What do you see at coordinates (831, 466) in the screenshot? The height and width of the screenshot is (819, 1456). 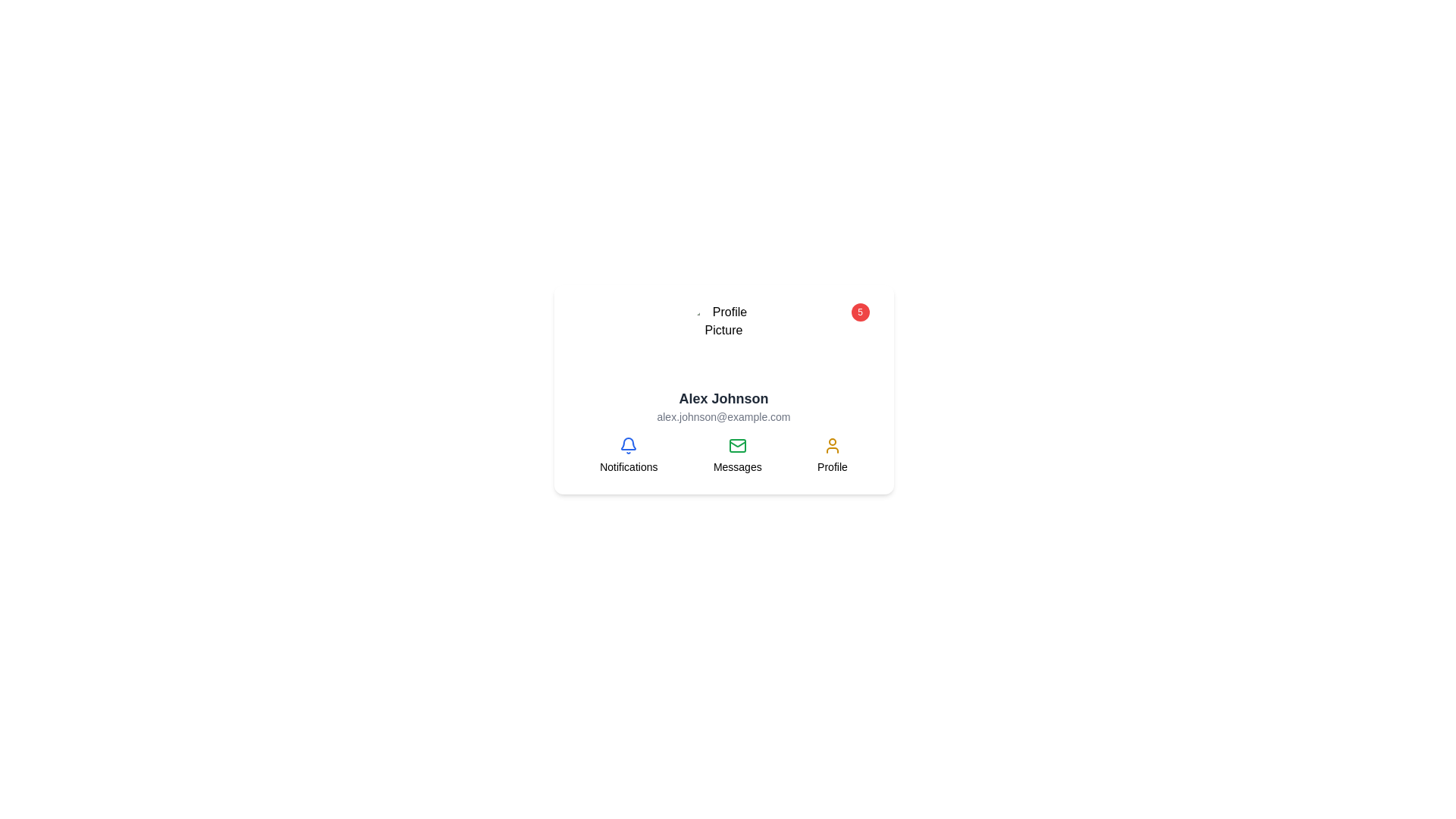 I see `text label displaying 'Profile' located under the user silhouette icon in the bottom right of the card layout` at bounding box center [831, 466].